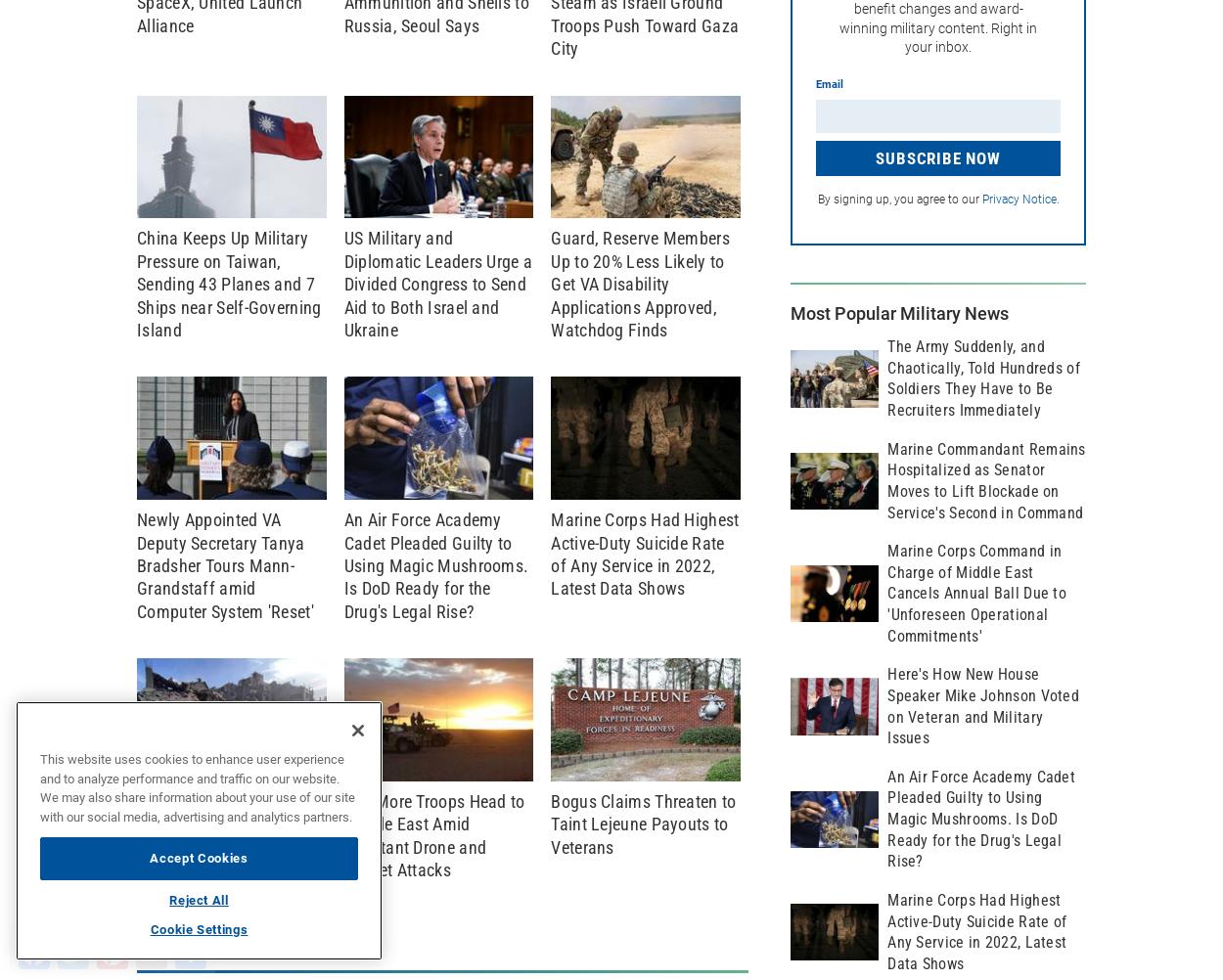 The height and width of the screenshot is (980, 1223). I want to click on '300 More Troops Head to Middle East Amid Constant Drone and Rocket Attacks', so click(432, 835).